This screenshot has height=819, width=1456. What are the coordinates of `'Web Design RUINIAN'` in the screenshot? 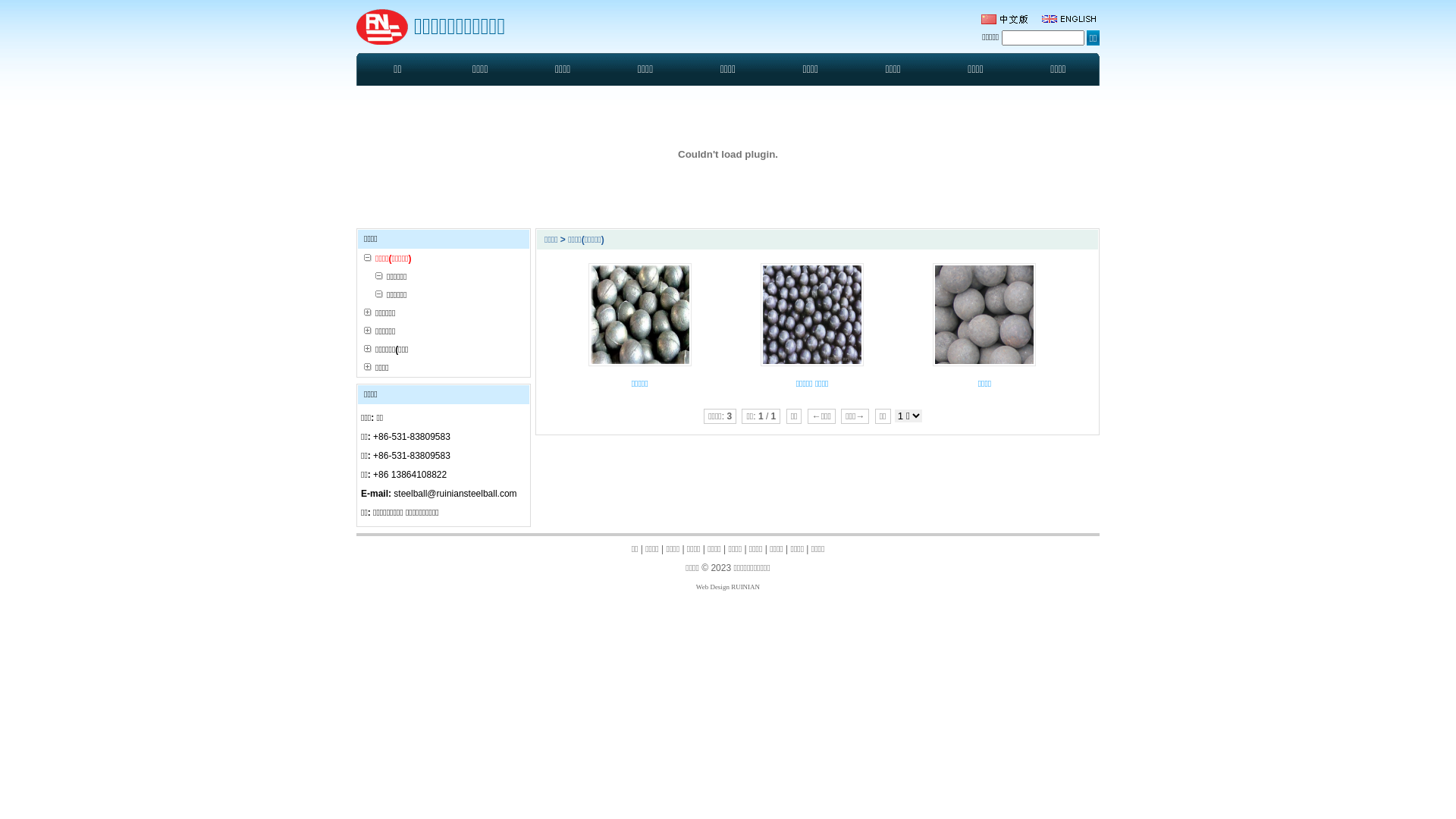 It's located at (695, 586).